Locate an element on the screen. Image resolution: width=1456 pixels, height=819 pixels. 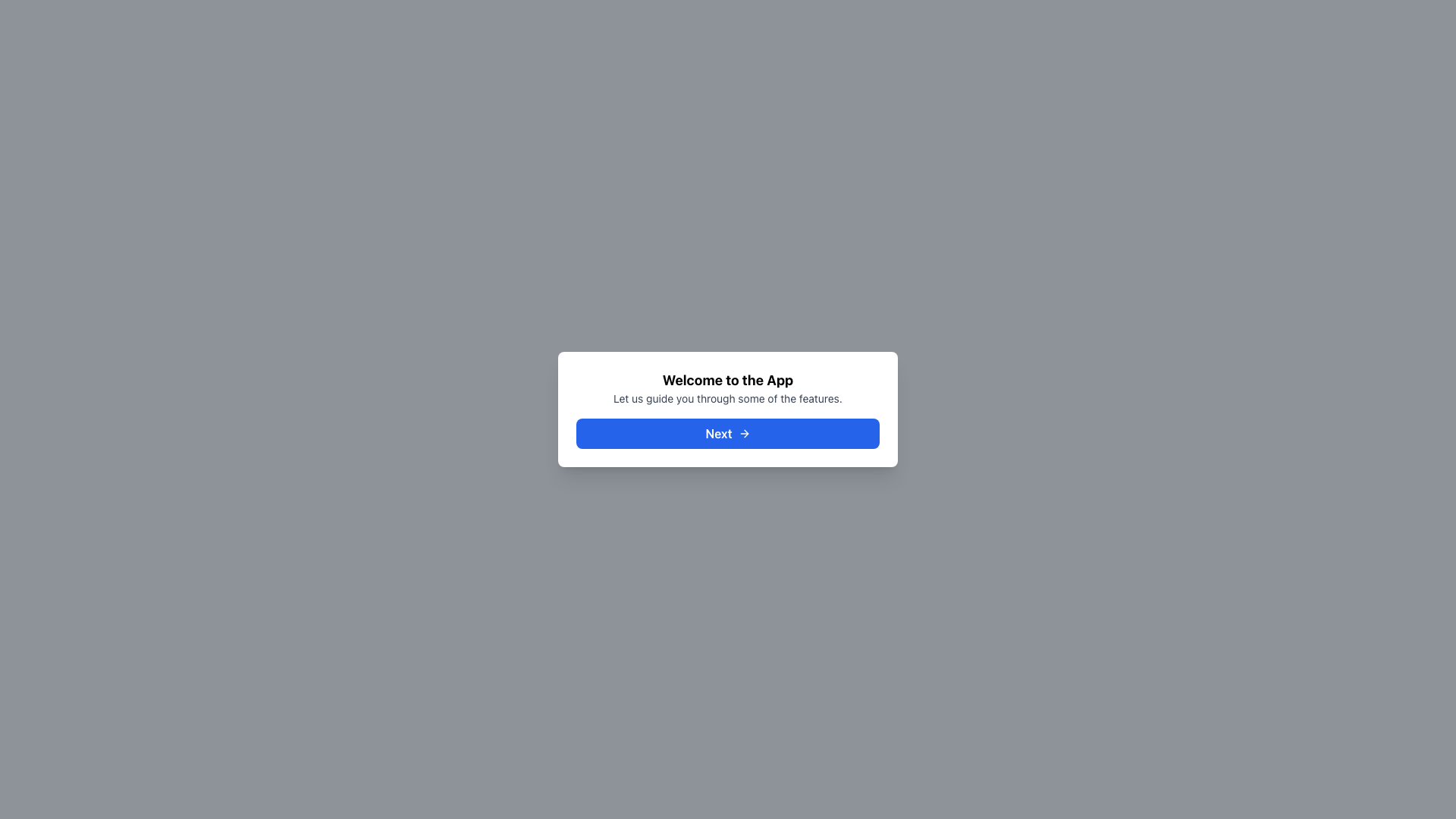
the arrow icon located at the far-right of the 'Next' button within the modal dialog, which serves as a visual indicator for forward navigation is located at coordinates (744, 433).